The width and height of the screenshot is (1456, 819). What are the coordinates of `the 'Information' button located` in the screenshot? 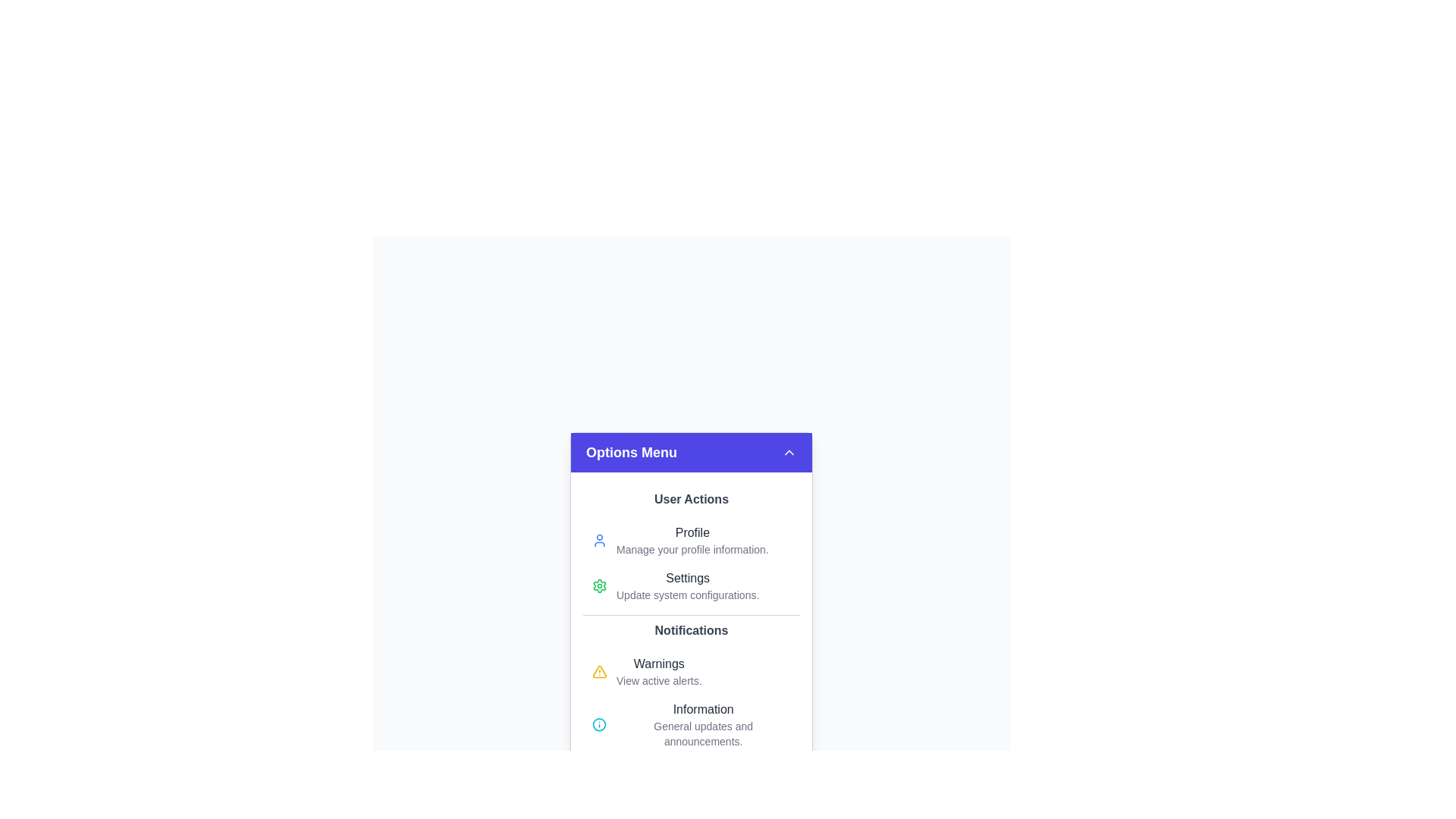 It's located at (691, 724).